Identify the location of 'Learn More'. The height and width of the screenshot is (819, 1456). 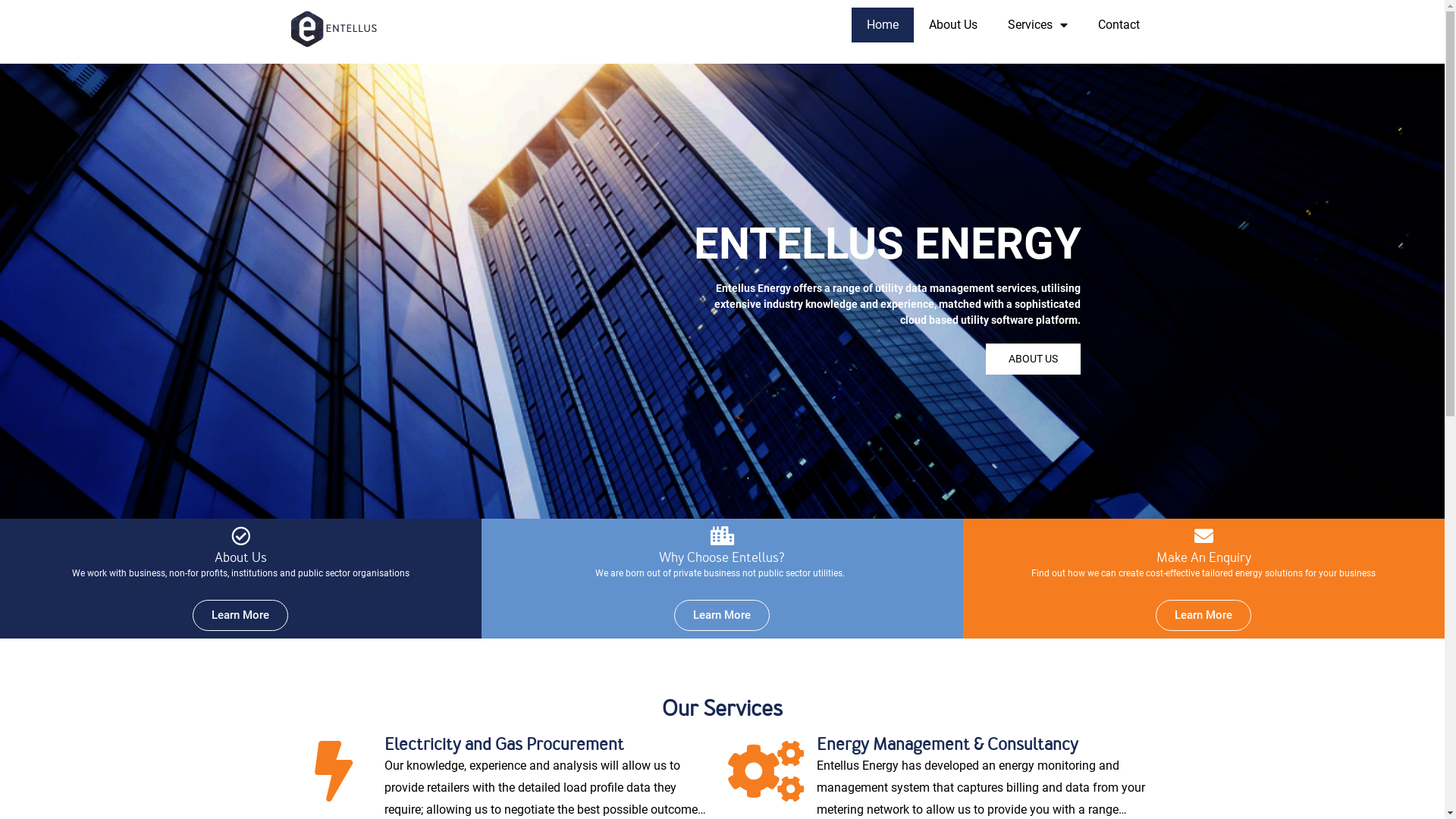
(1203, 615).